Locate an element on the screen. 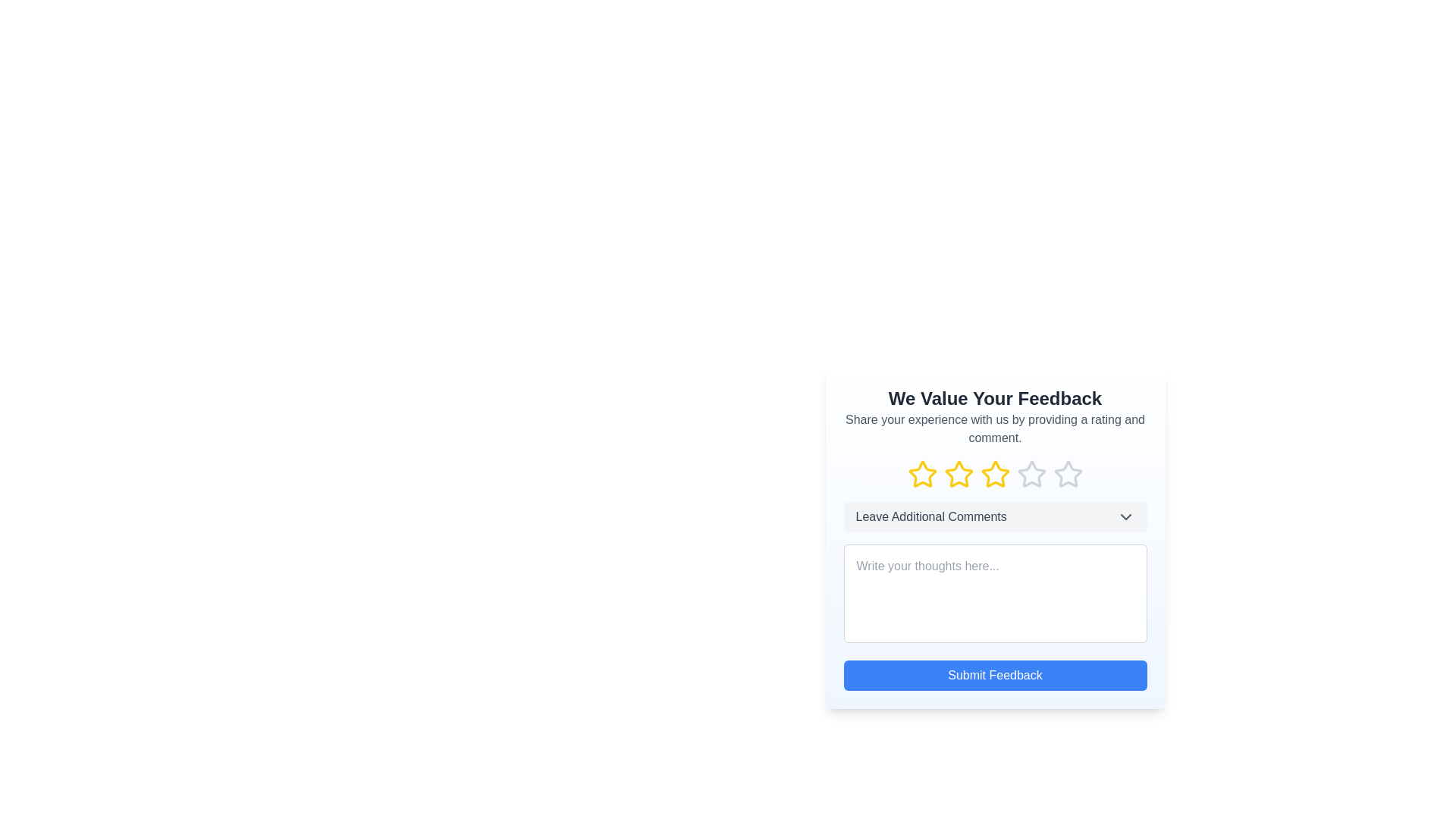 The height and width of the screenshot is (819, 1456). the third star icon in the feedback rating component is located at coordinates (958, 473).